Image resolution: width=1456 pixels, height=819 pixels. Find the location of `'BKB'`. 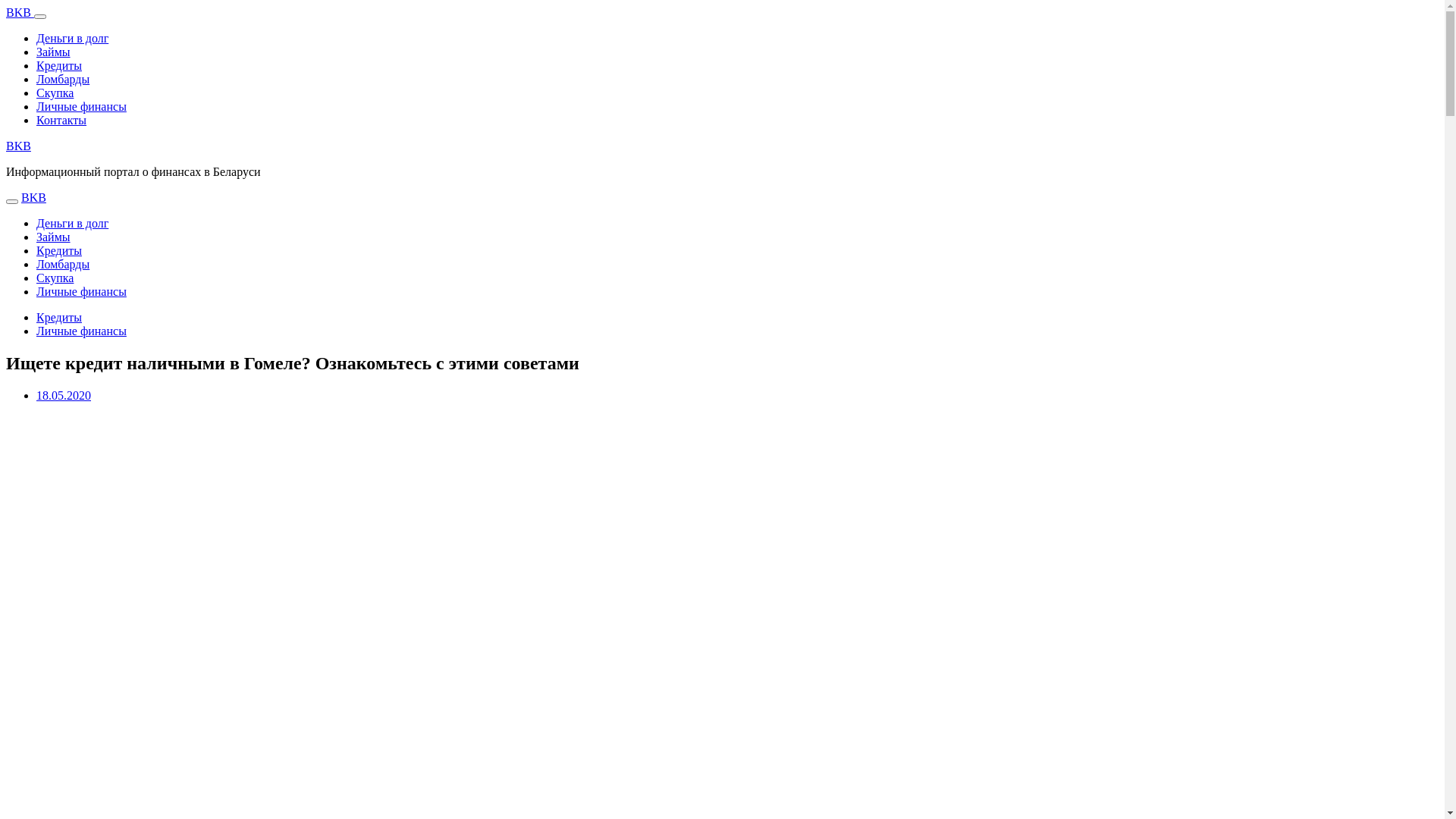

'BKB' is located at coordinates (18, 146).